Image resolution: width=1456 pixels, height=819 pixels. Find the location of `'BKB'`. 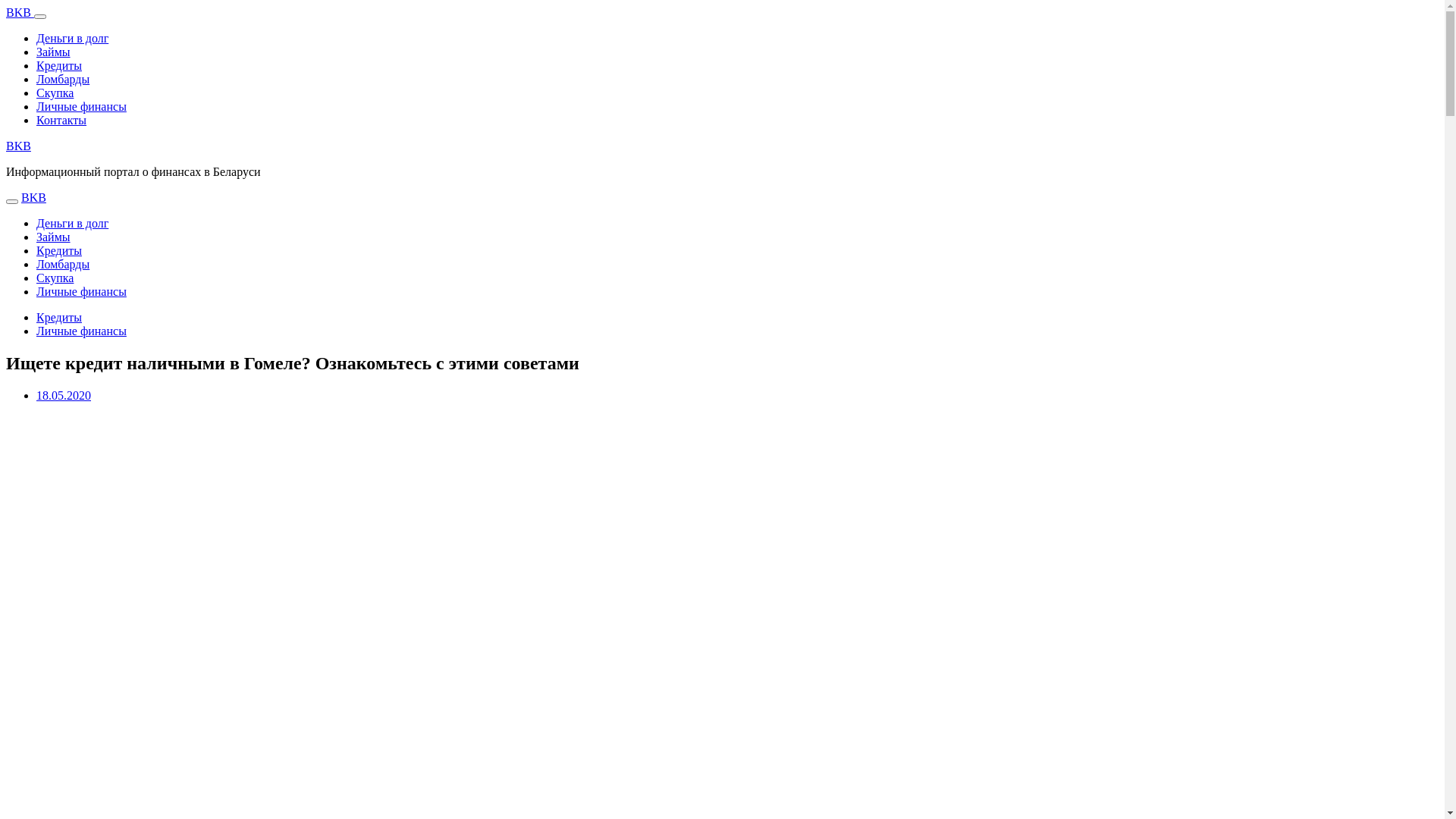

'BKB' is located at coordinates (18, 146).